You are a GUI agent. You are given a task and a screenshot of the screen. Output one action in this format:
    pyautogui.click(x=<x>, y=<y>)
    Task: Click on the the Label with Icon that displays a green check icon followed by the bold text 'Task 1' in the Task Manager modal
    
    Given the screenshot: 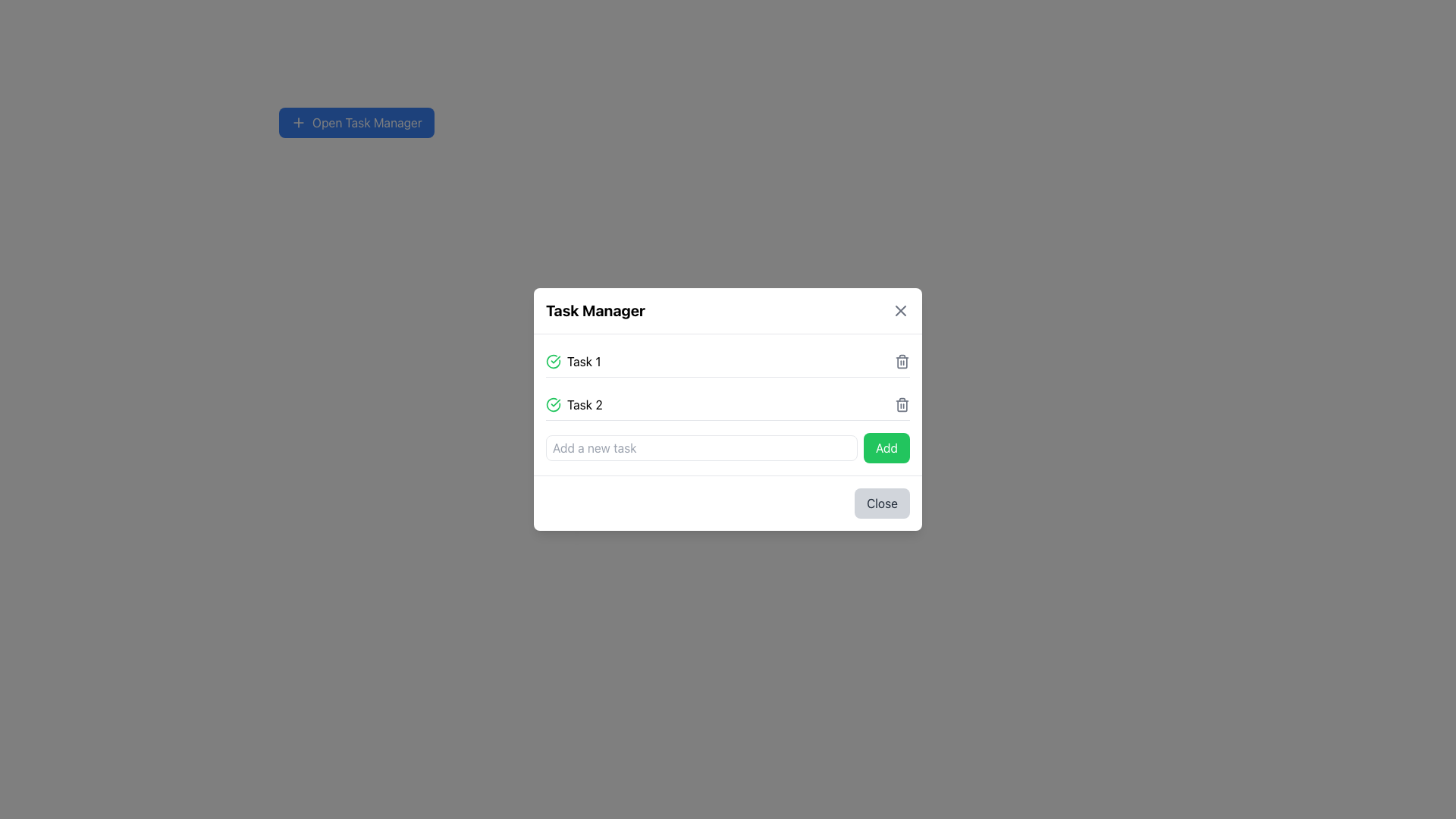 What is the action you would take?
    pyautogui.click(x=573, y=362)
    